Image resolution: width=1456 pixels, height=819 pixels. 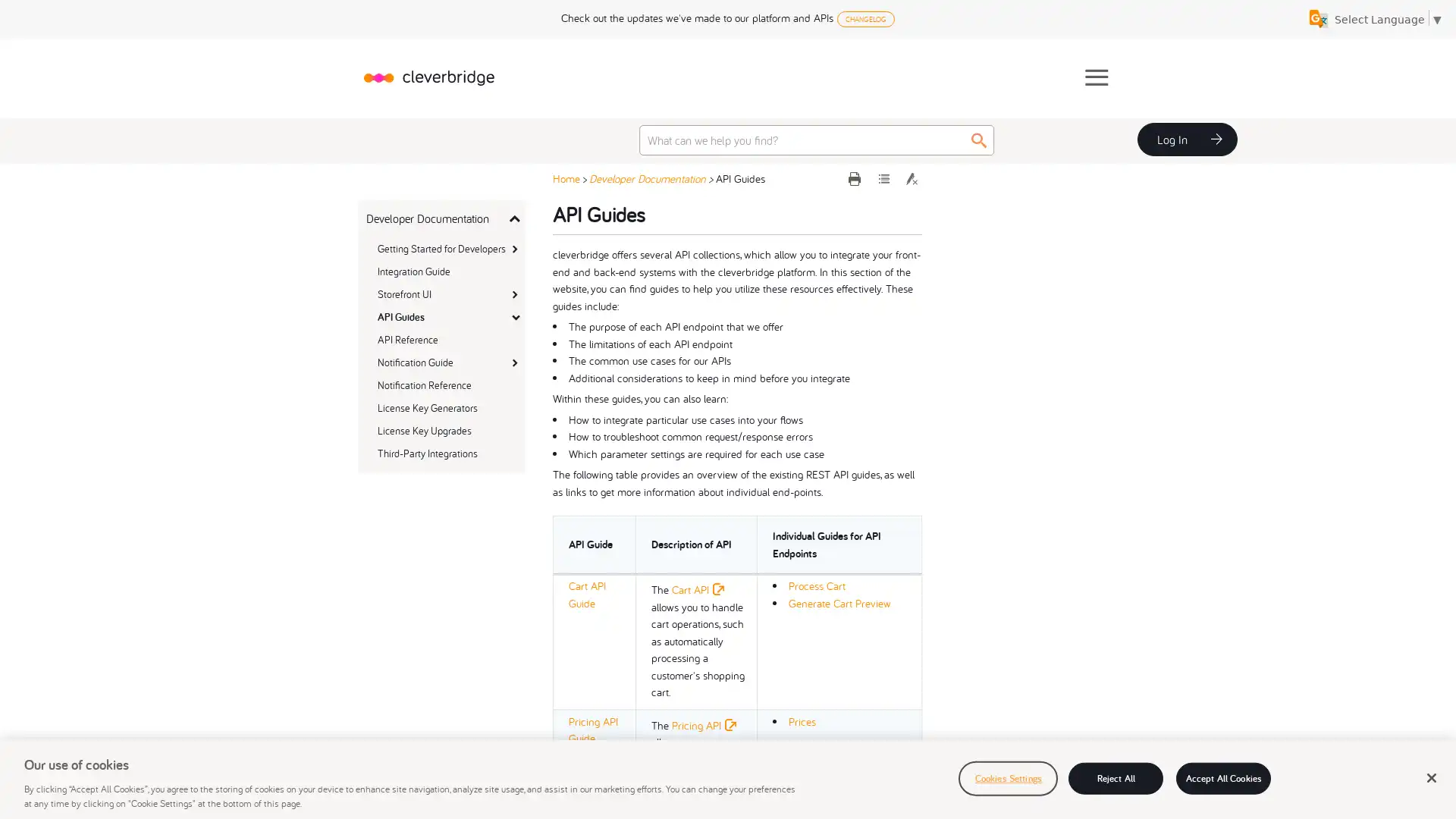 What do you see at coordinates (1008, 778) in the screenshot?
I see `Cookies Settings` at bounding box center [1008, 778].